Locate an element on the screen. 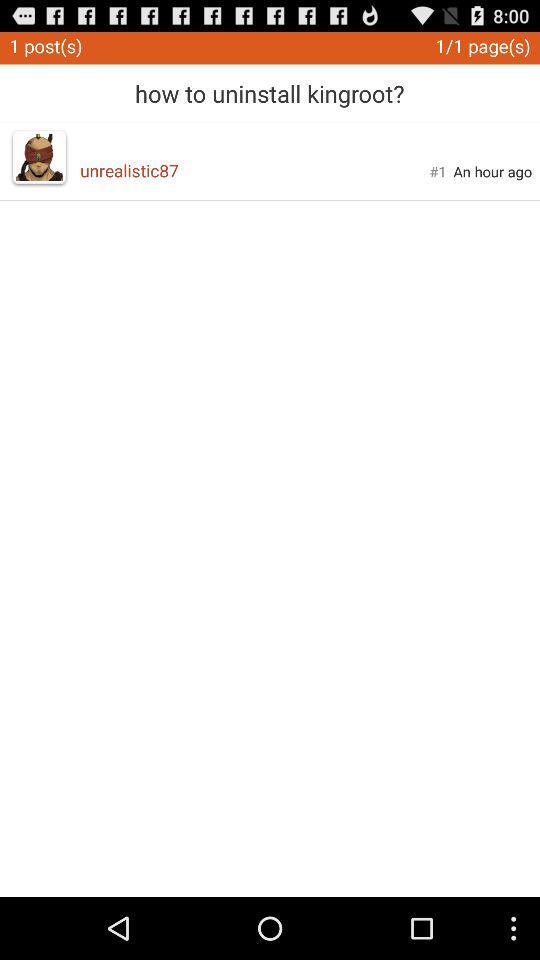  the icon to the left of unrealistic87 app is located at coordinates (39, 156).